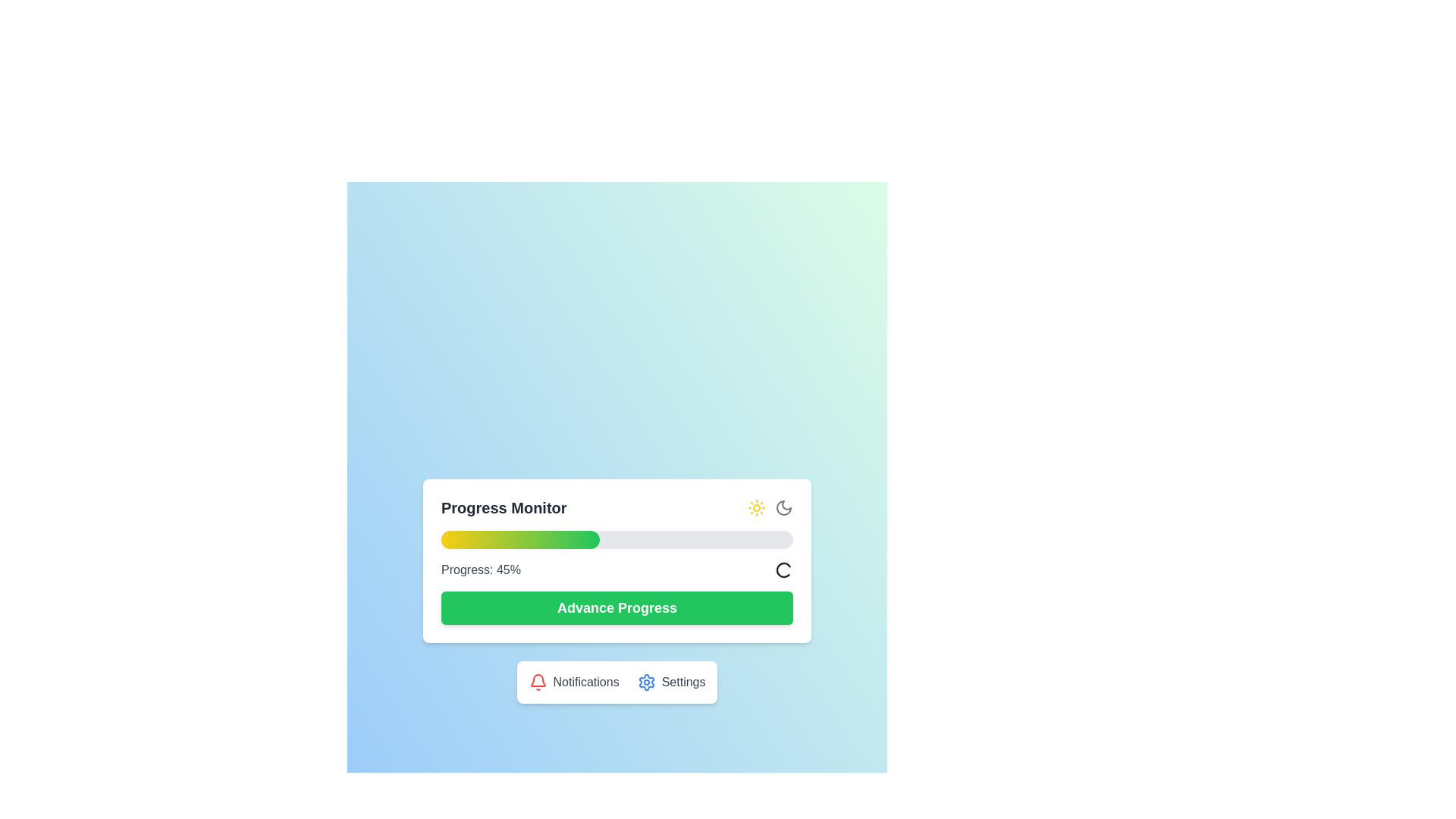  What do you see at coordinates (617, 539) in the screenshot?
I see `the progress bar located within the 'Progress Monitor' card, which visually represents progress as a percentage` at bounding box center [617, 539].